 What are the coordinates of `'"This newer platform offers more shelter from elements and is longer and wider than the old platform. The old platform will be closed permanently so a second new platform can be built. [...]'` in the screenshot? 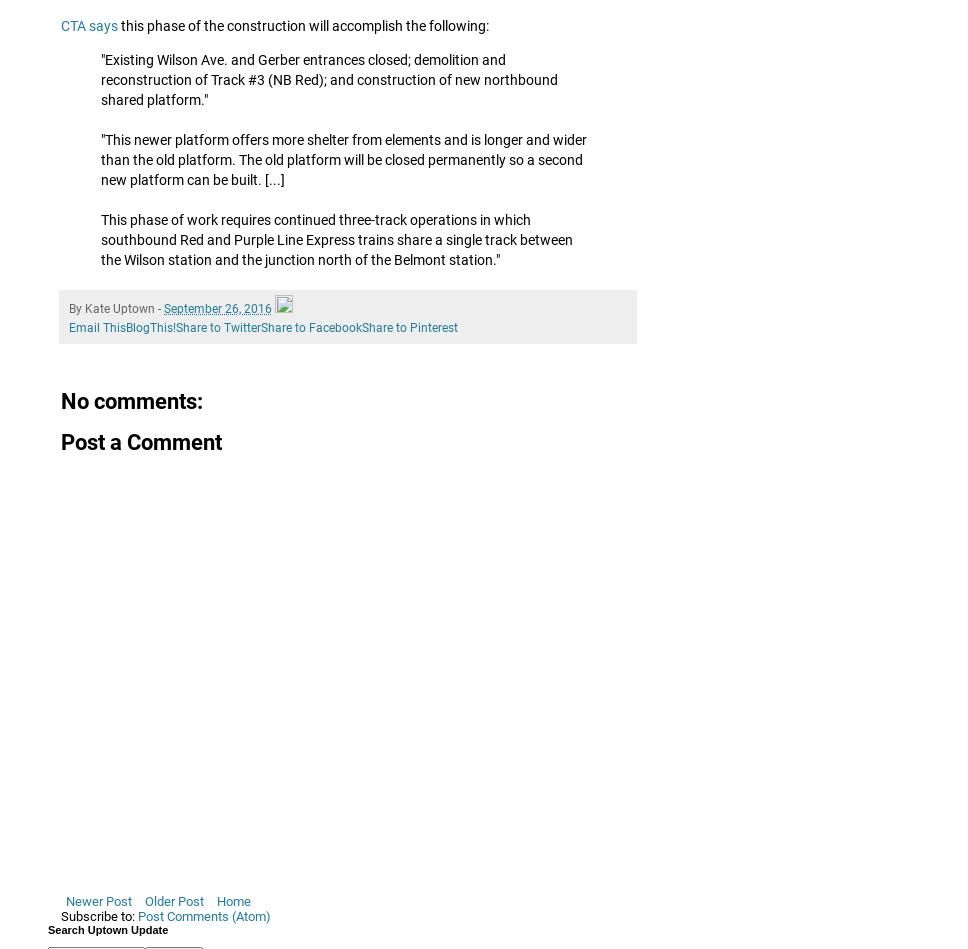 It's located at (100, 158).